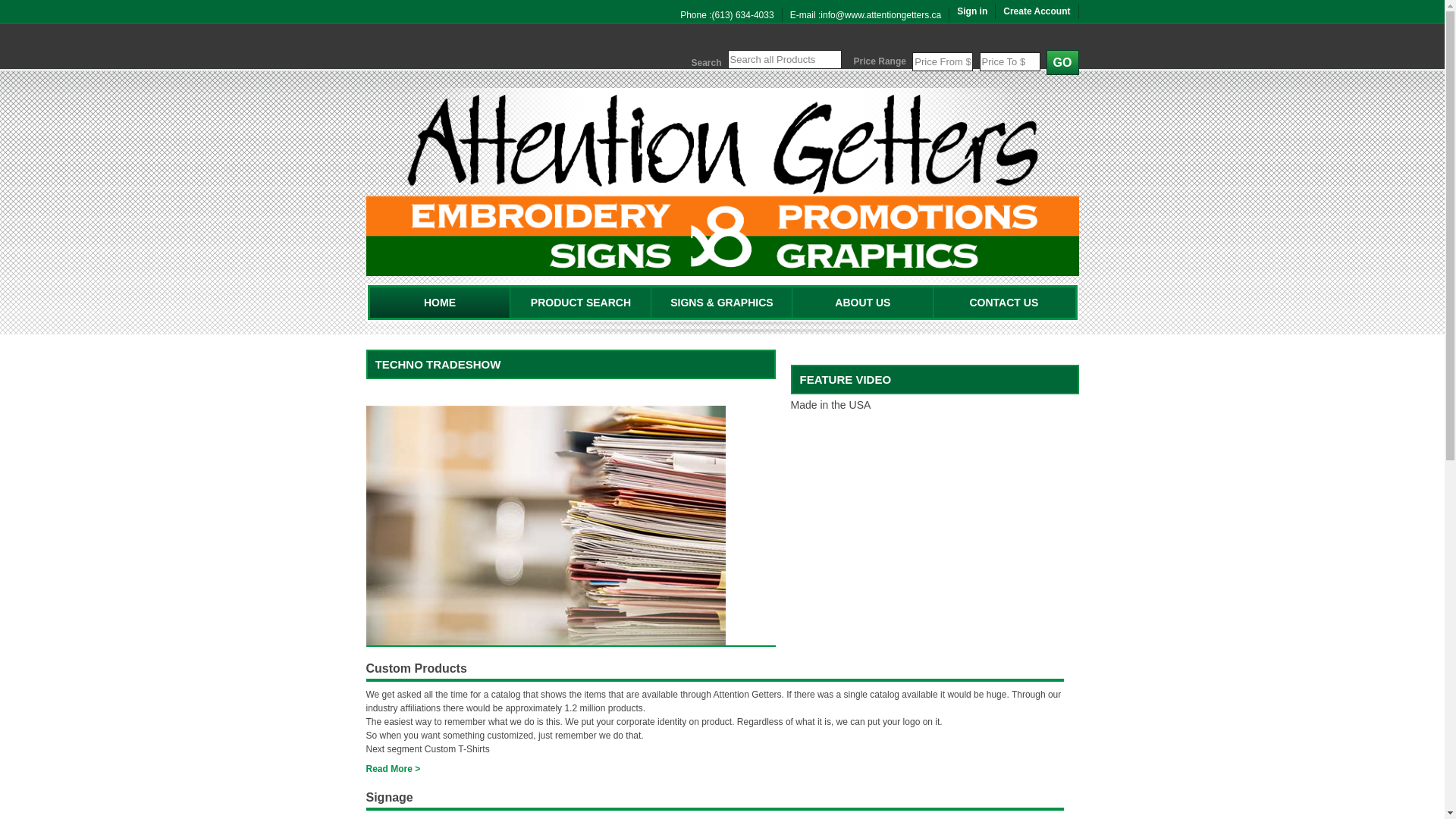  I want to click on 'info@www.attentiongetters.ca', so click(880, 14).